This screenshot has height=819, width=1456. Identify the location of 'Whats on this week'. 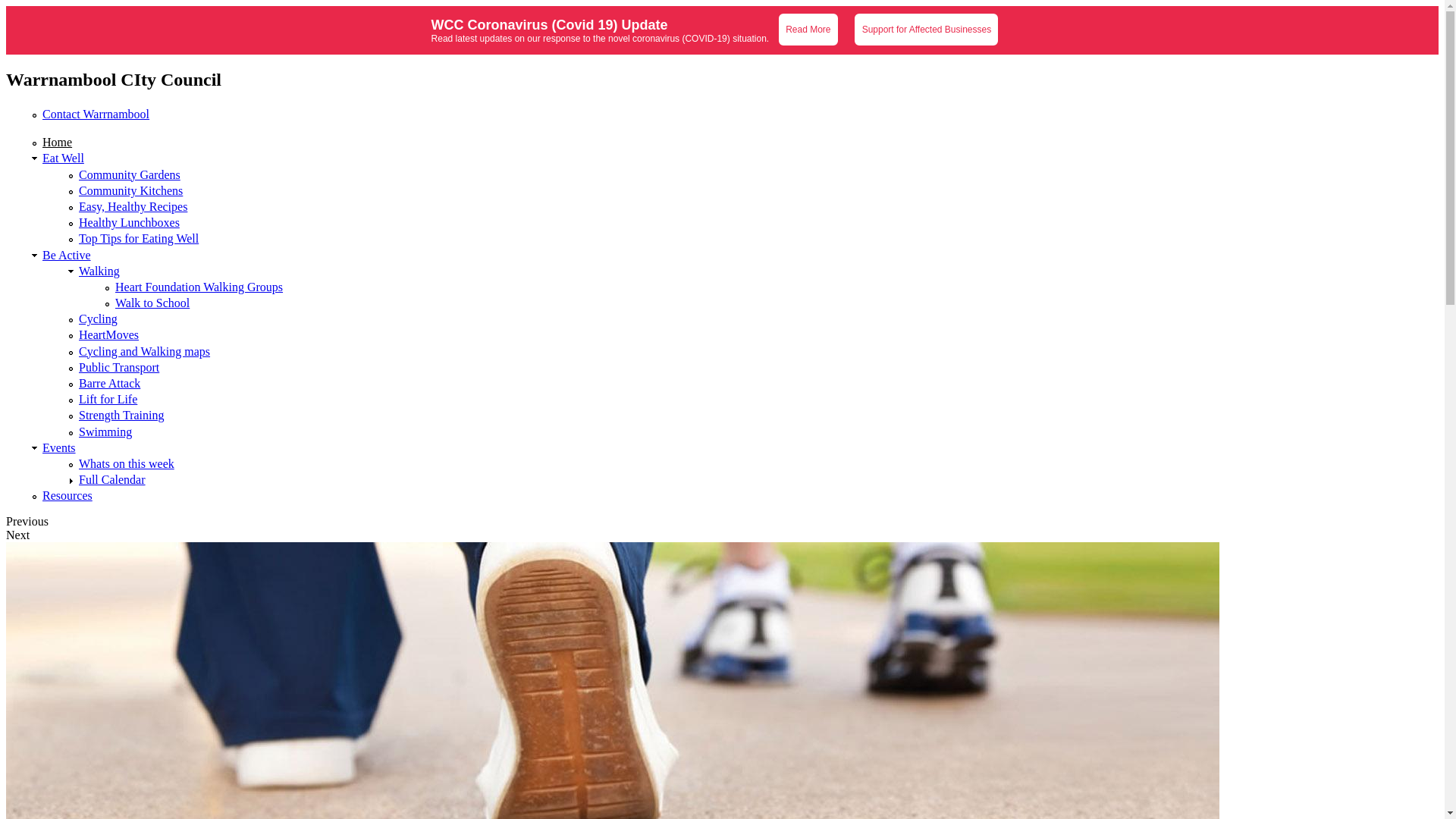
(127, 463).